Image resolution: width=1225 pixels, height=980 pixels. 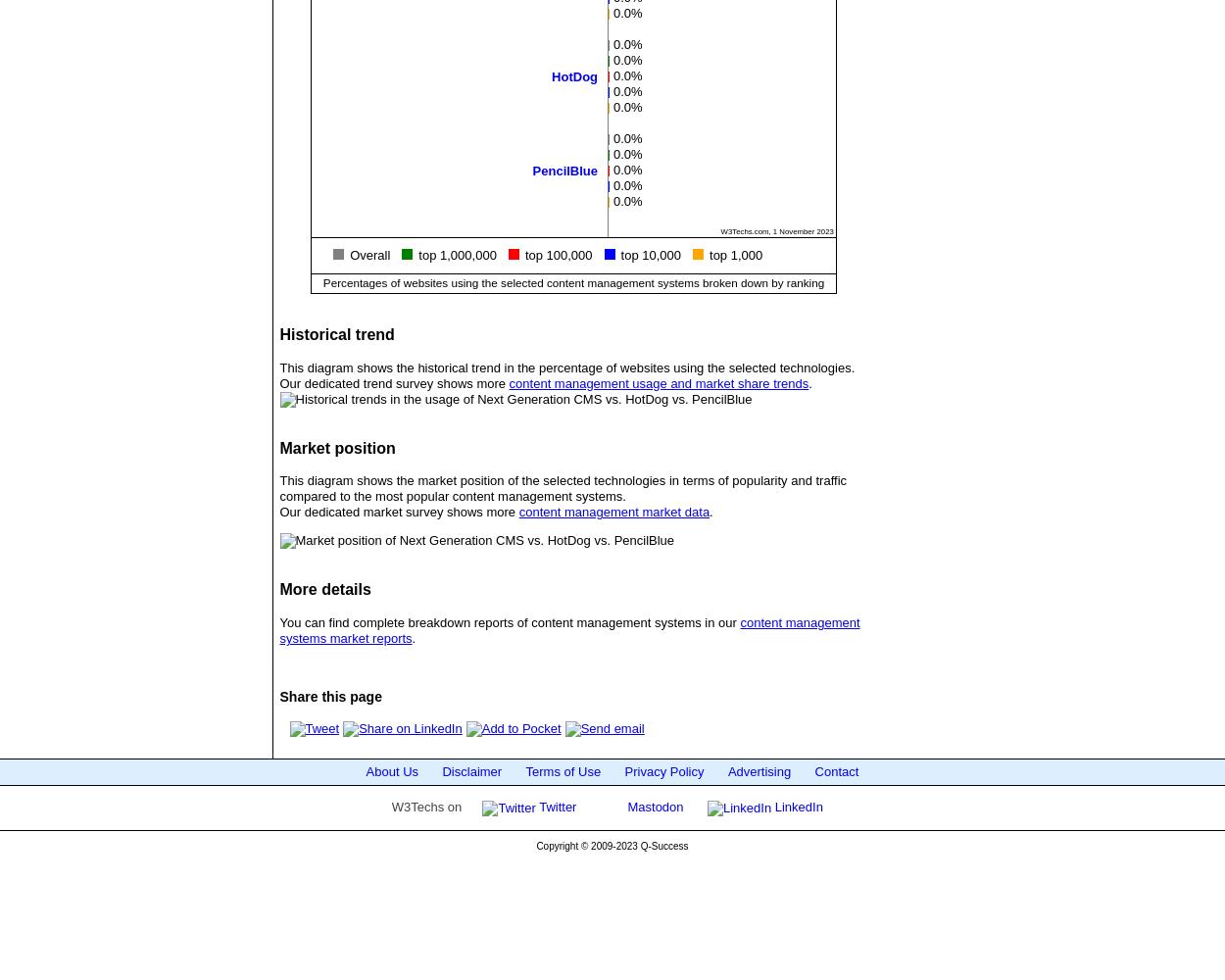 What do you see at coordinates (736, 254) in the screenshot?
I see `'top 1,000'` at bounding box center [736, 254].